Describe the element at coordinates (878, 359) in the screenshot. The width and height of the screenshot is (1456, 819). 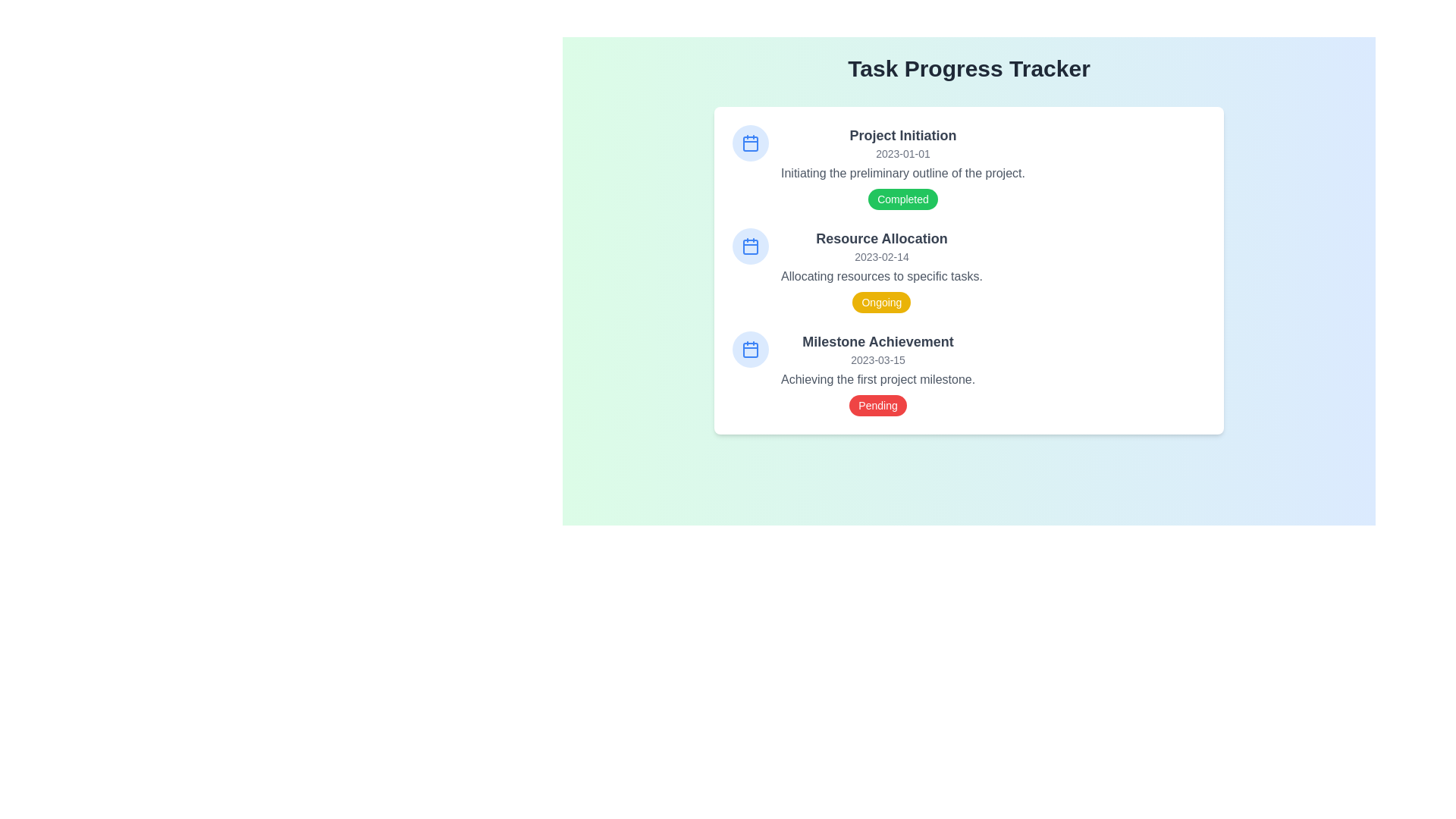
I see `the static text label displaying the date '2023-03-15' located in the 'Milestone Achievement' section, positioned beneath the title and above the milestone description` at that location.